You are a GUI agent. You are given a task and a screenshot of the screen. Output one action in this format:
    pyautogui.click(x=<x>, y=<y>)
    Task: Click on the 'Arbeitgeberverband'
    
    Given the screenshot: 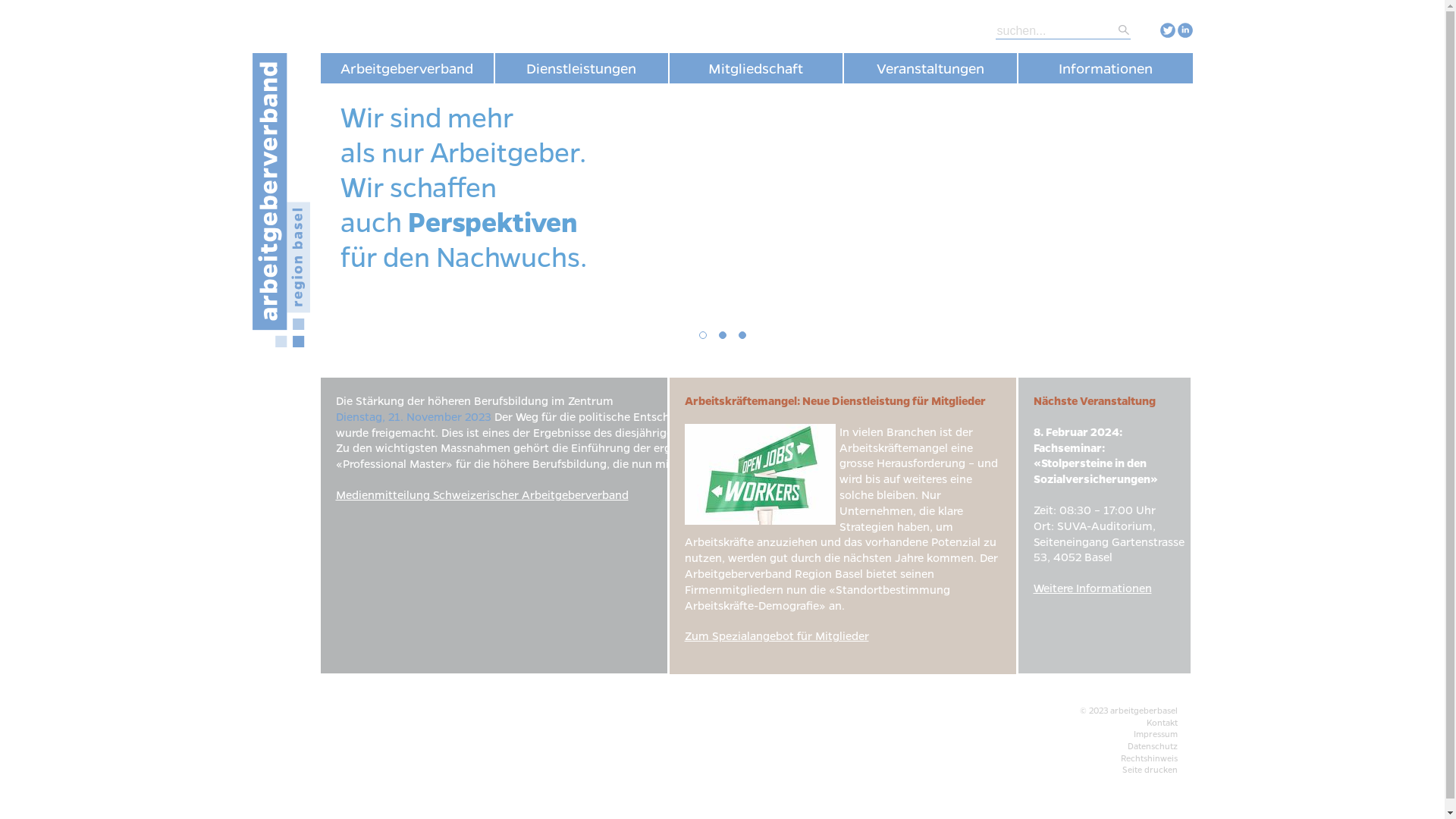 What is the action you would take?
    pyautogui.click(x=319, y=67)
    